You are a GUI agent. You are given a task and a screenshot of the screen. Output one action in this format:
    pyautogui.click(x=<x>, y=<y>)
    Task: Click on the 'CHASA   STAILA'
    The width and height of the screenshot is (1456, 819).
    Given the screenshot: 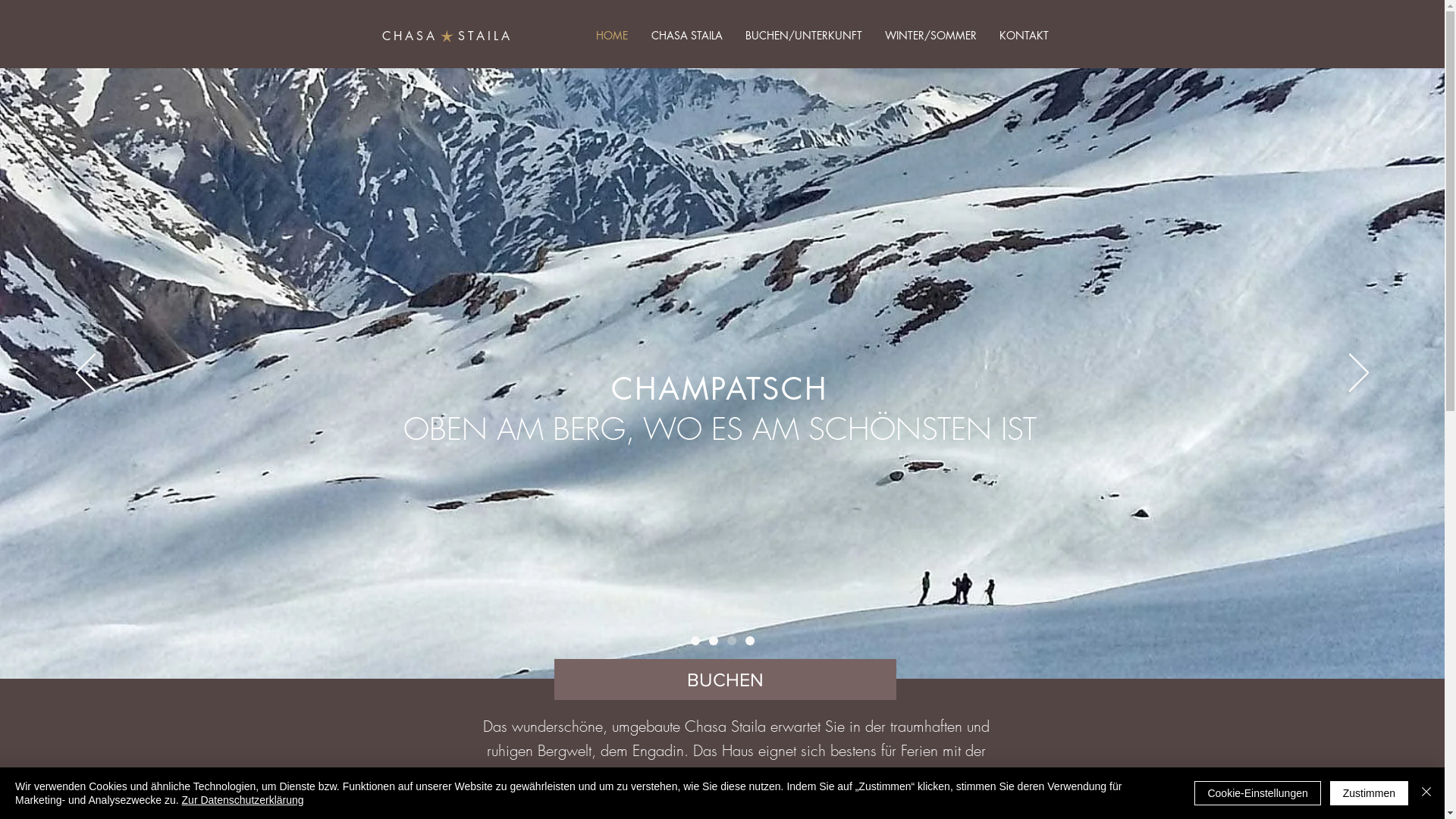 What is the action you would take?
    pyautogui.click(x=447, y=35)
    